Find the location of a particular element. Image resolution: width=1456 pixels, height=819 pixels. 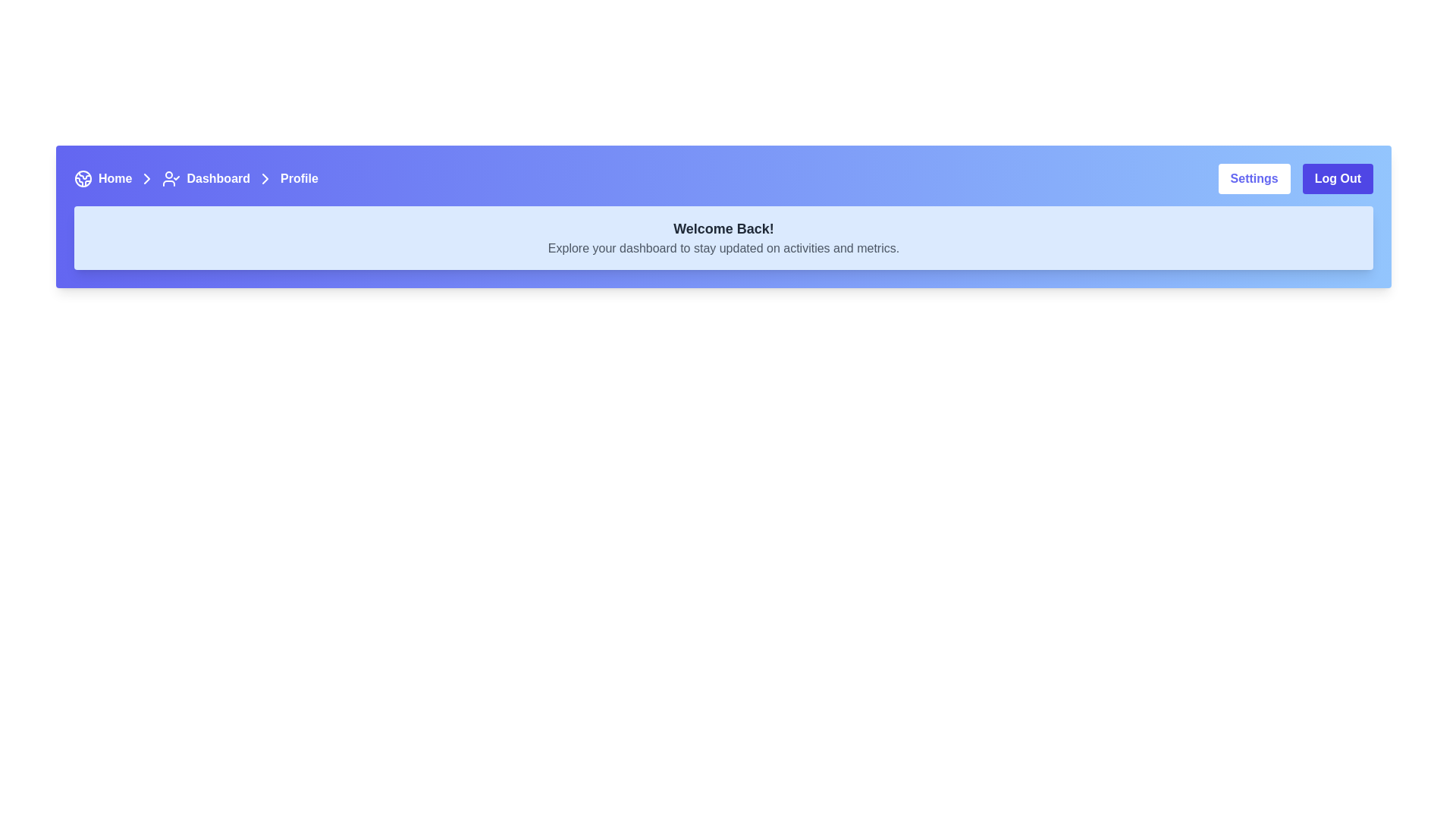

the 'Settings' button, which is a rectangular button with rounded corners, white background, and blue text is located at coordinates (1254, 177).